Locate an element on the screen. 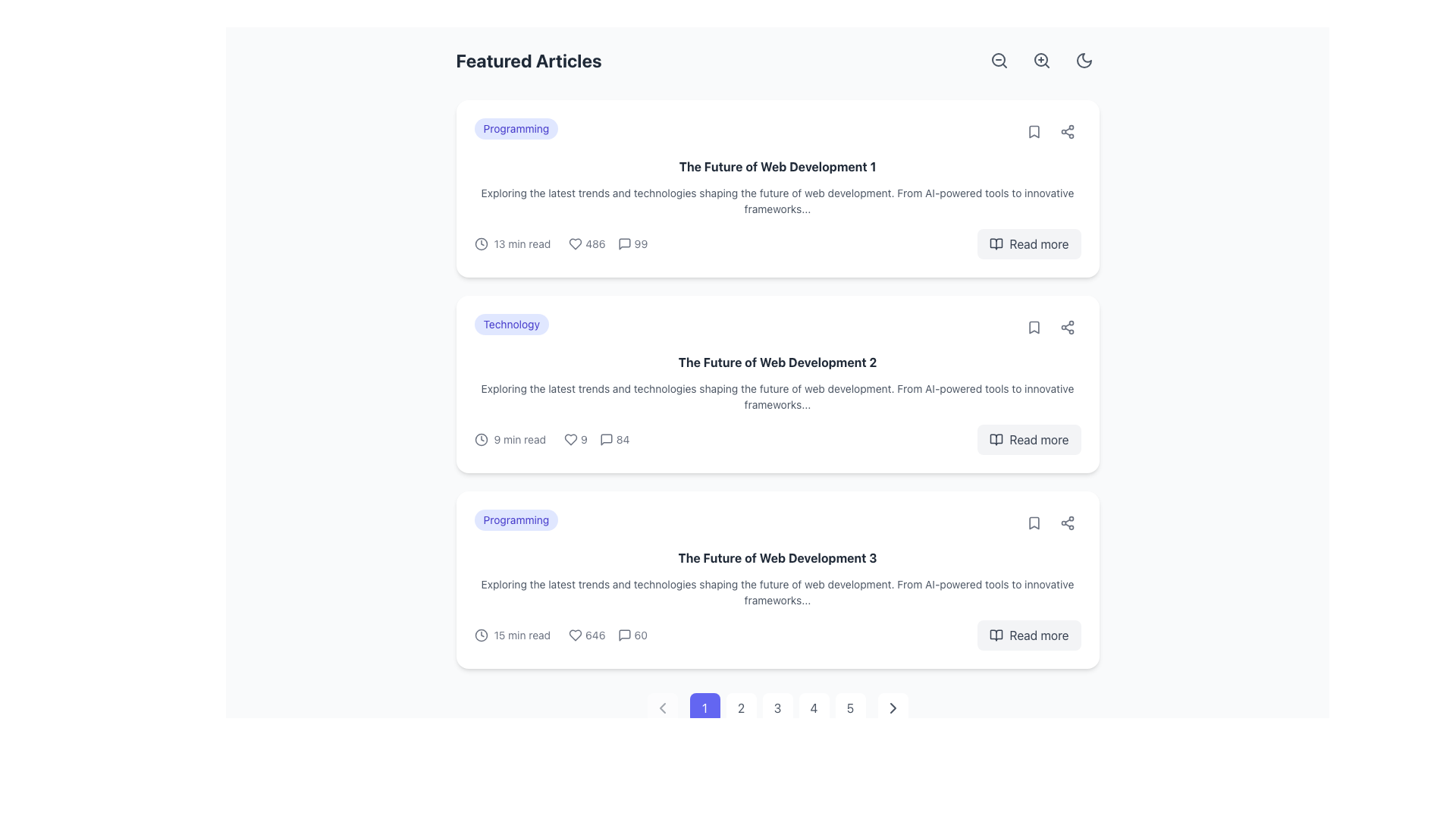 The width and height of the screenshot is (1456, 819). the open book icon, which is styled to match the surrounding text and positioned next to the 'Read more' button in the second card of the article list is located at coordinates (996, 439).